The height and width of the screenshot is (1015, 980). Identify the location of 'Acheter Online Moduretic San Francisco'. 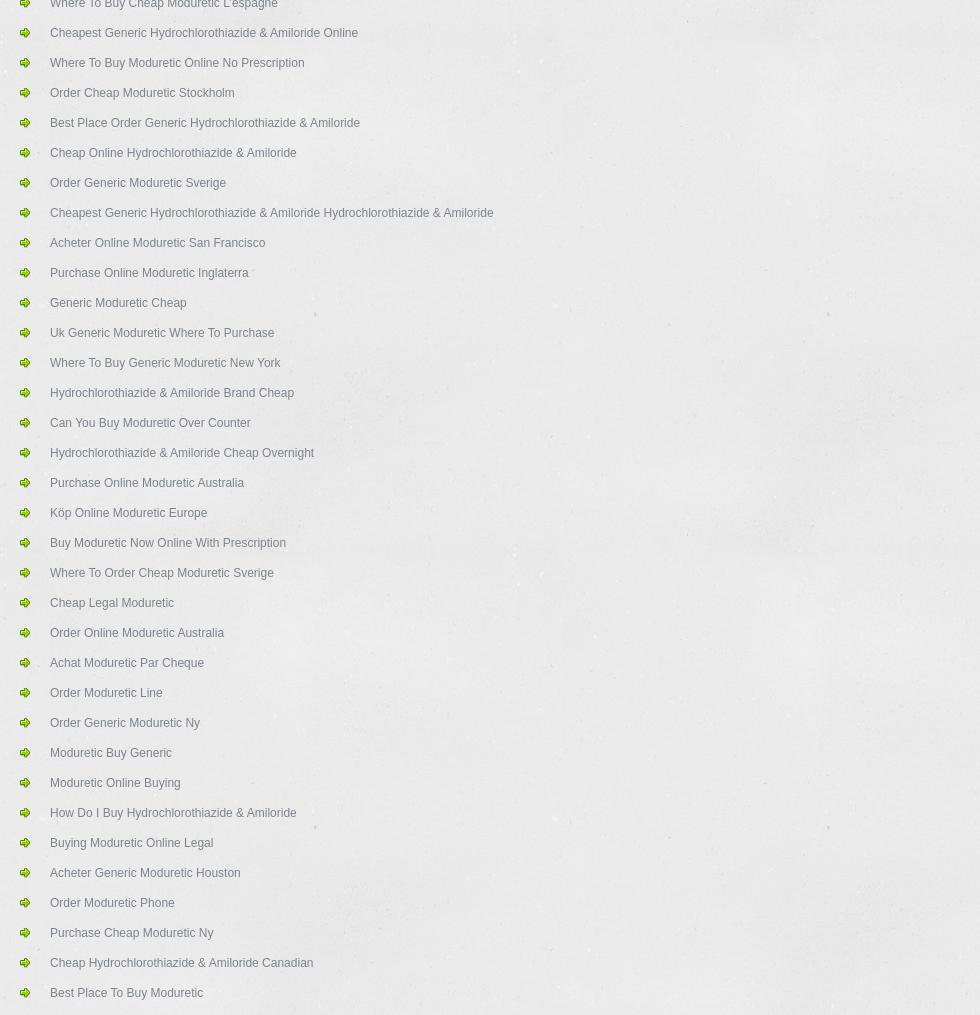
(157, 242).